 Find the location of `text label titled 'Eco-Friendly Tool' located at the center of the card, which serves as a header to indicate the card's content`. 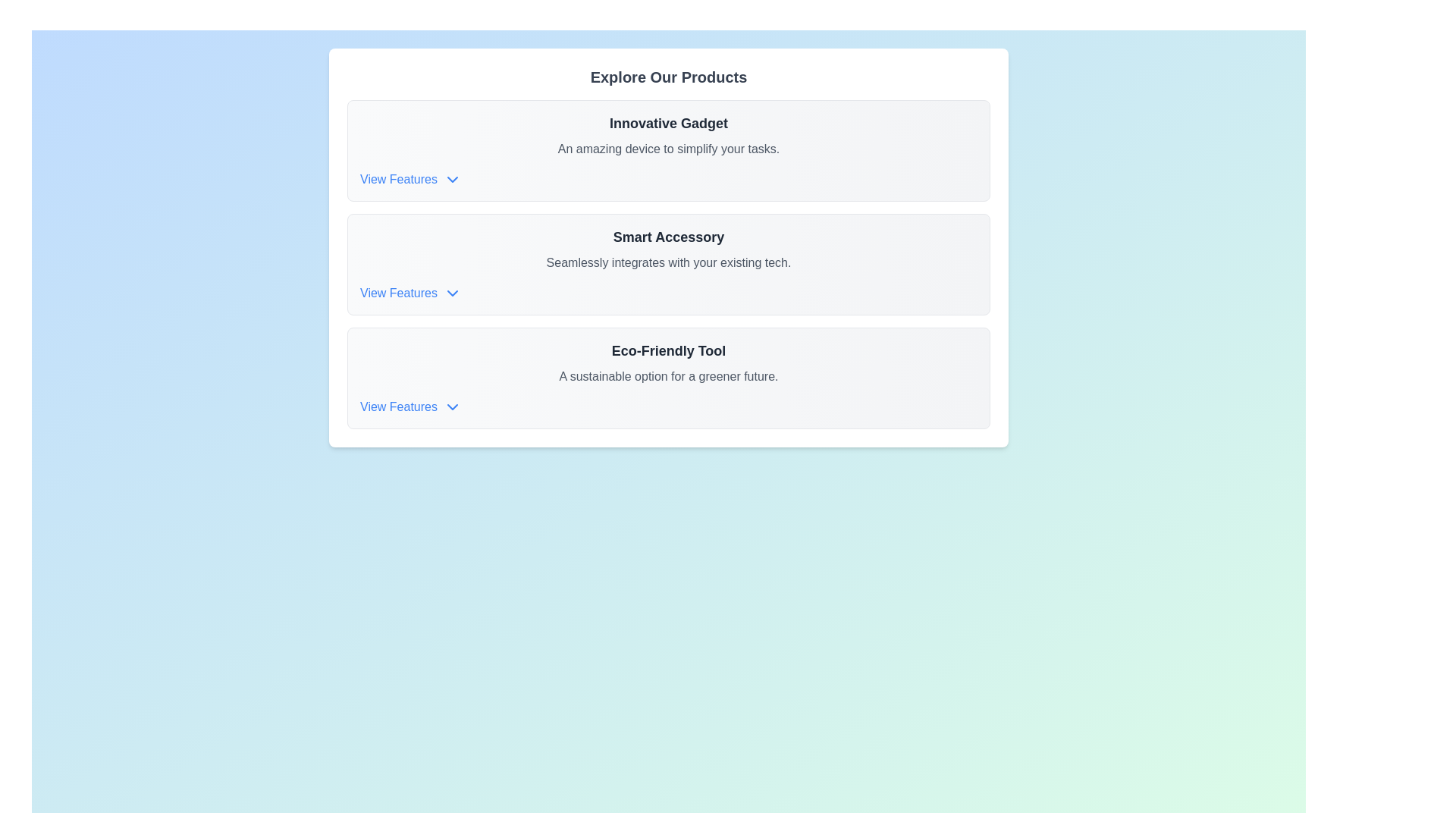

text label titled 'Eco-Friendly Tool' located at the center of the card, which serves as a header to indicate the card's content is located at coordinates (668, 350).